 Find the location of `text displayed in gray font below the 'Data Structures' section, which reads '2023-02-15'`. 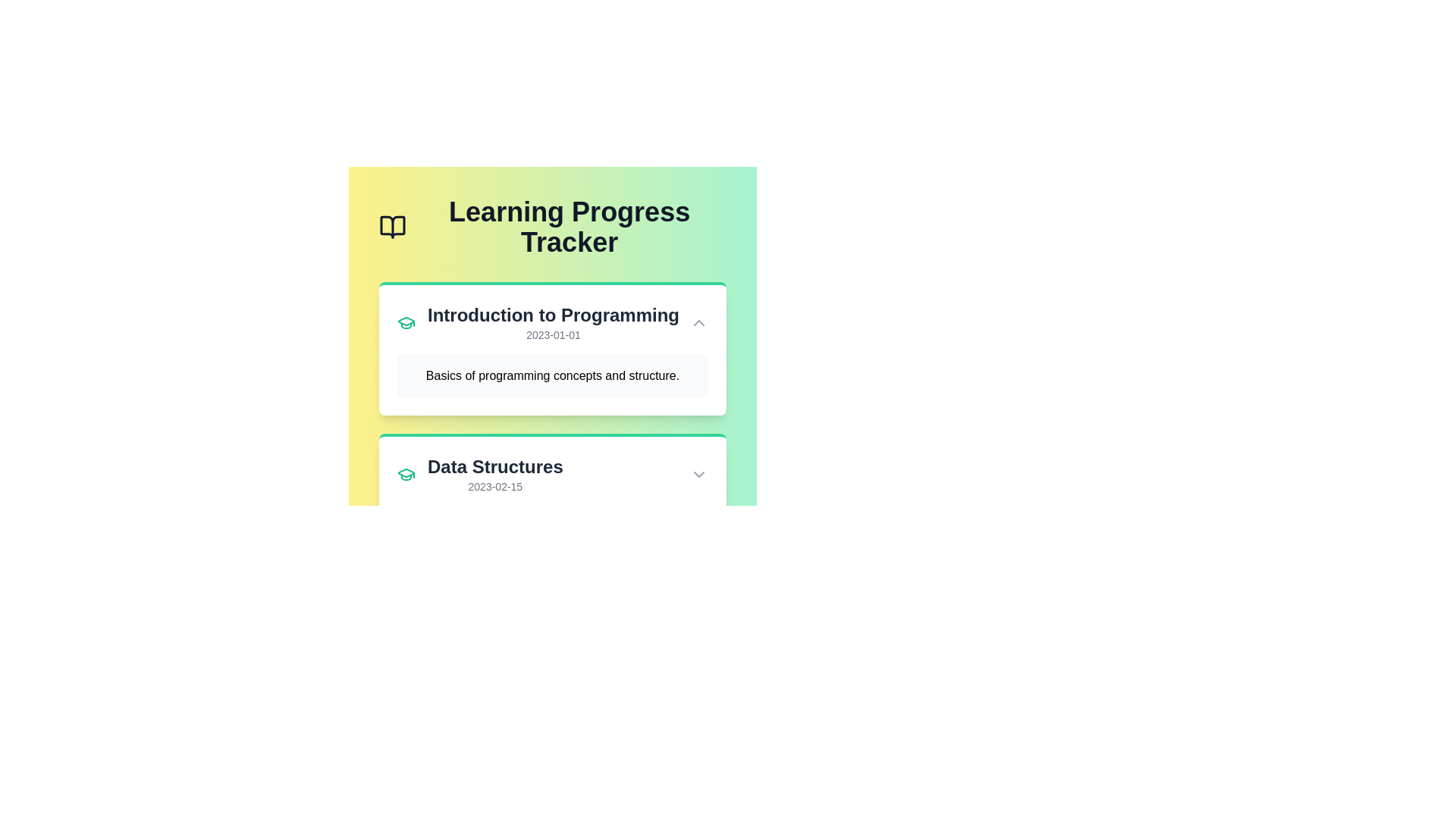

text displayed in gray font below the 'Data Structures' section, which reads '2023-02-15' is located at coordinates (495, 486).